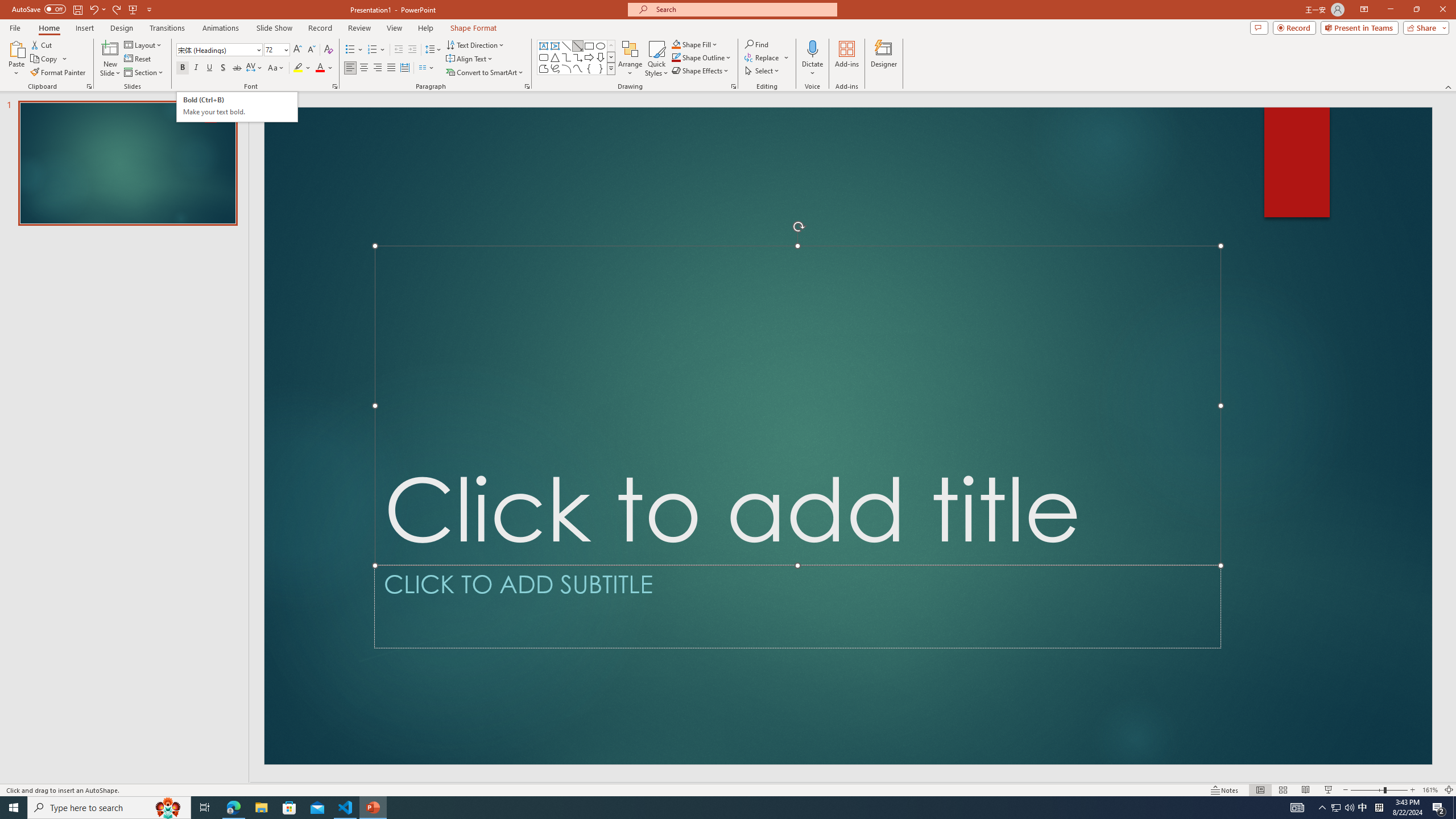  Describe the element at coordinates (354, 49) in the screenshot. I see `'Bullets'` at that location.